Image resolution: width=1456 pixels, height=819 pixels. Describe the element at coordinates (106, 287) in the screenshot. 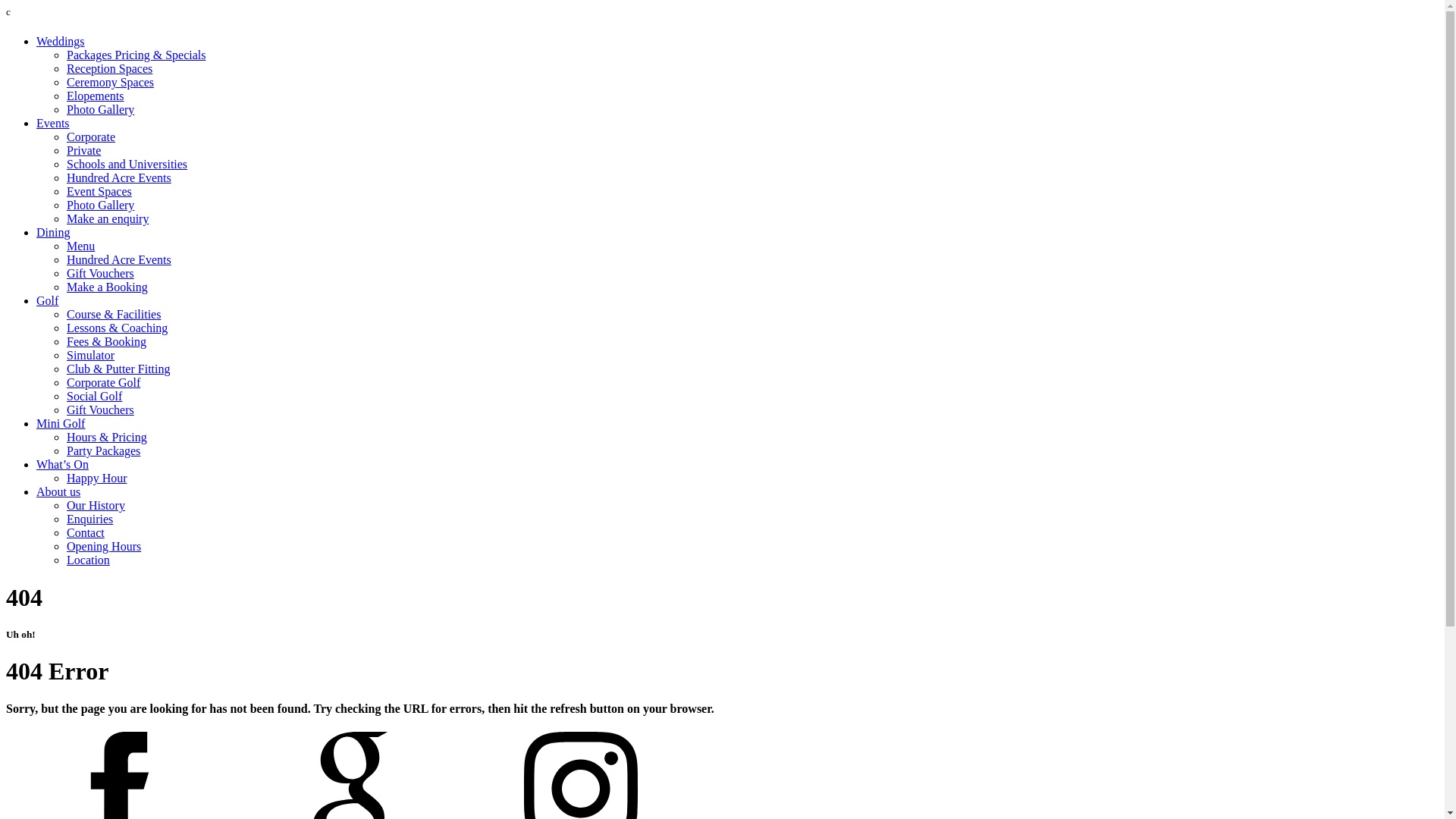

I see `'Make a Booking'` at that location.